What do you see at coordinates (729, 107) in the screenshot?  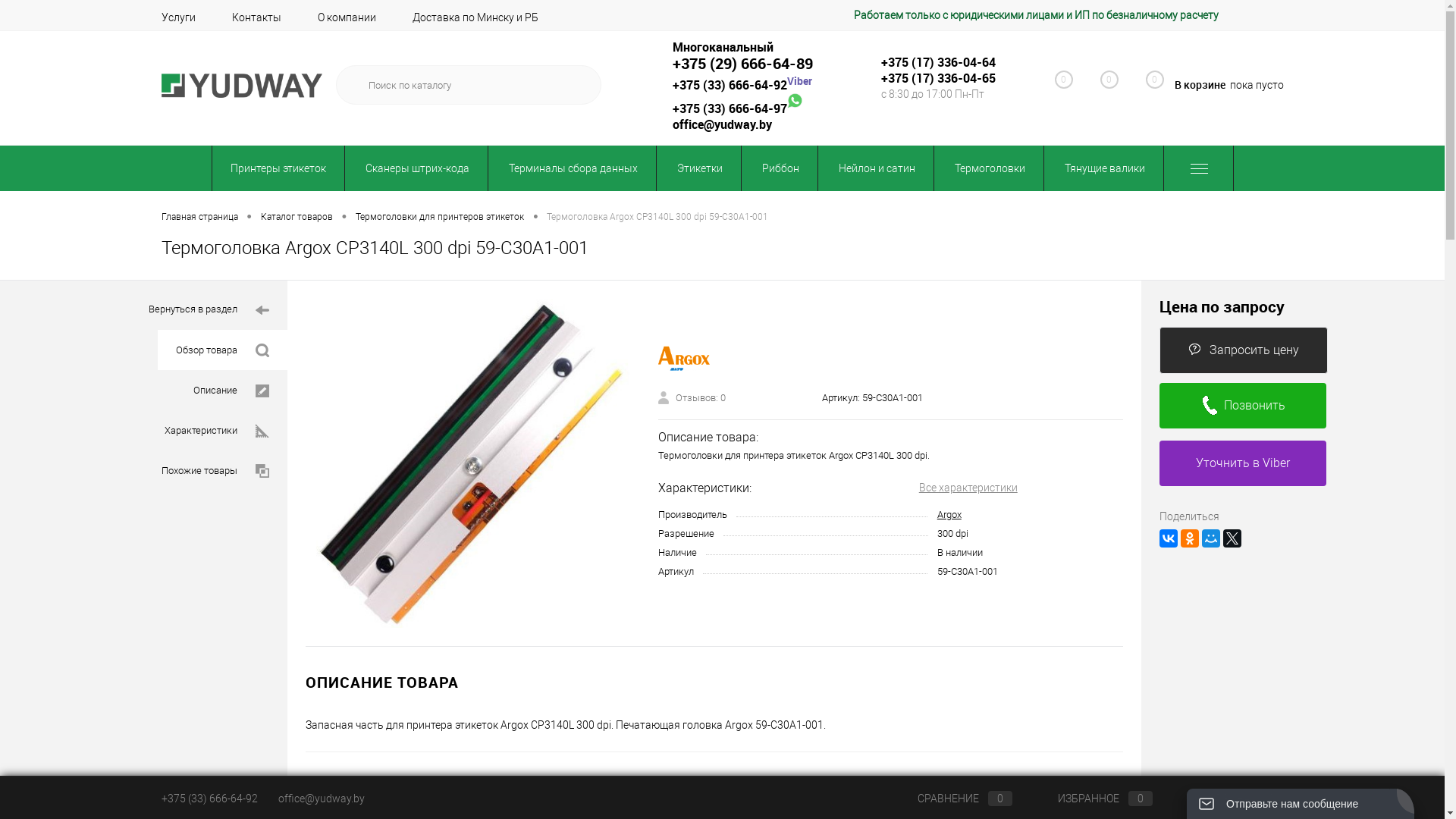 I see `'+375 (33) 666-64-97'` at bounding box center [729, 107].